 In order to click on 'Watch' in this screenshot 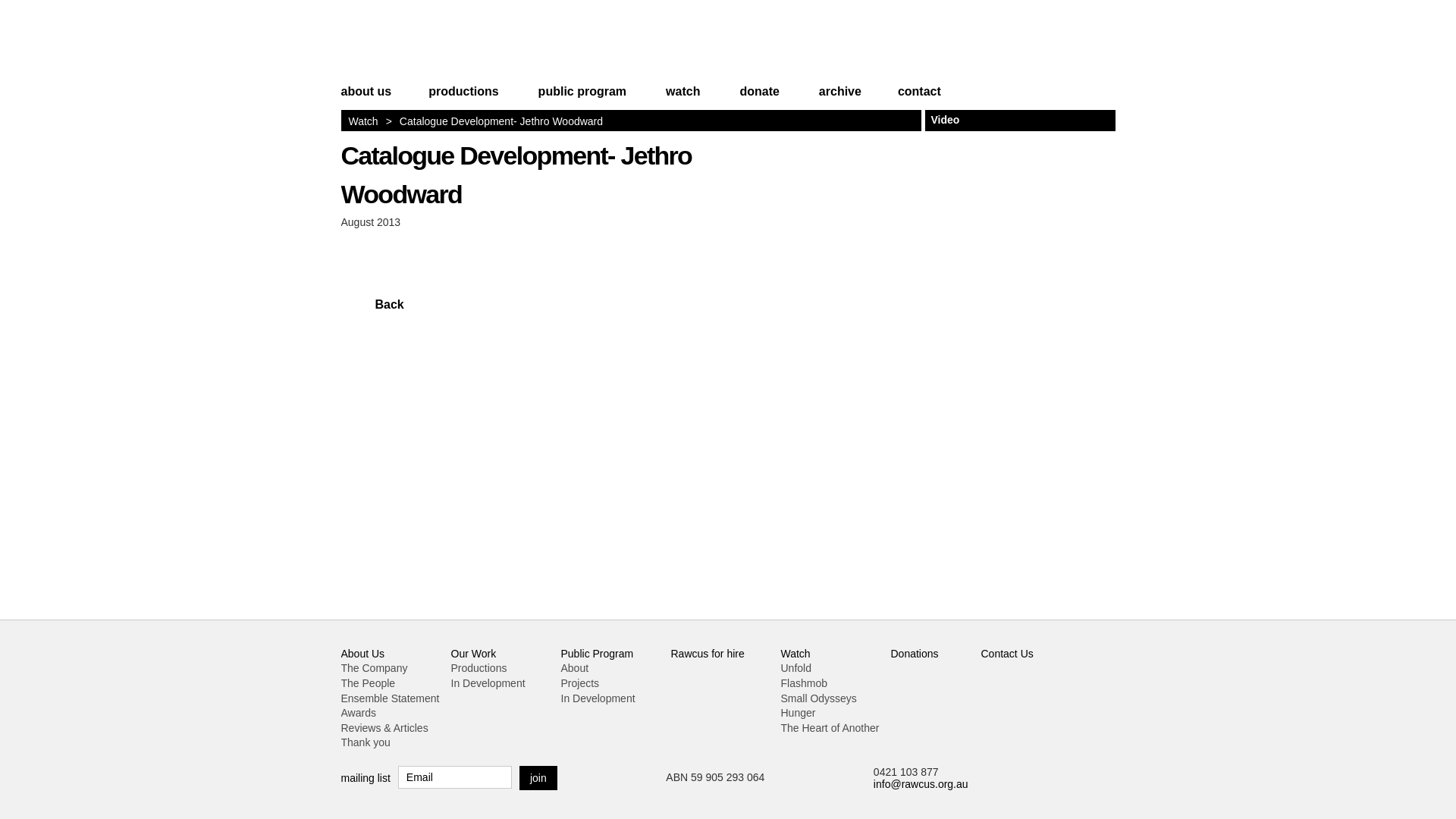, I will do `click(795, 652)`.